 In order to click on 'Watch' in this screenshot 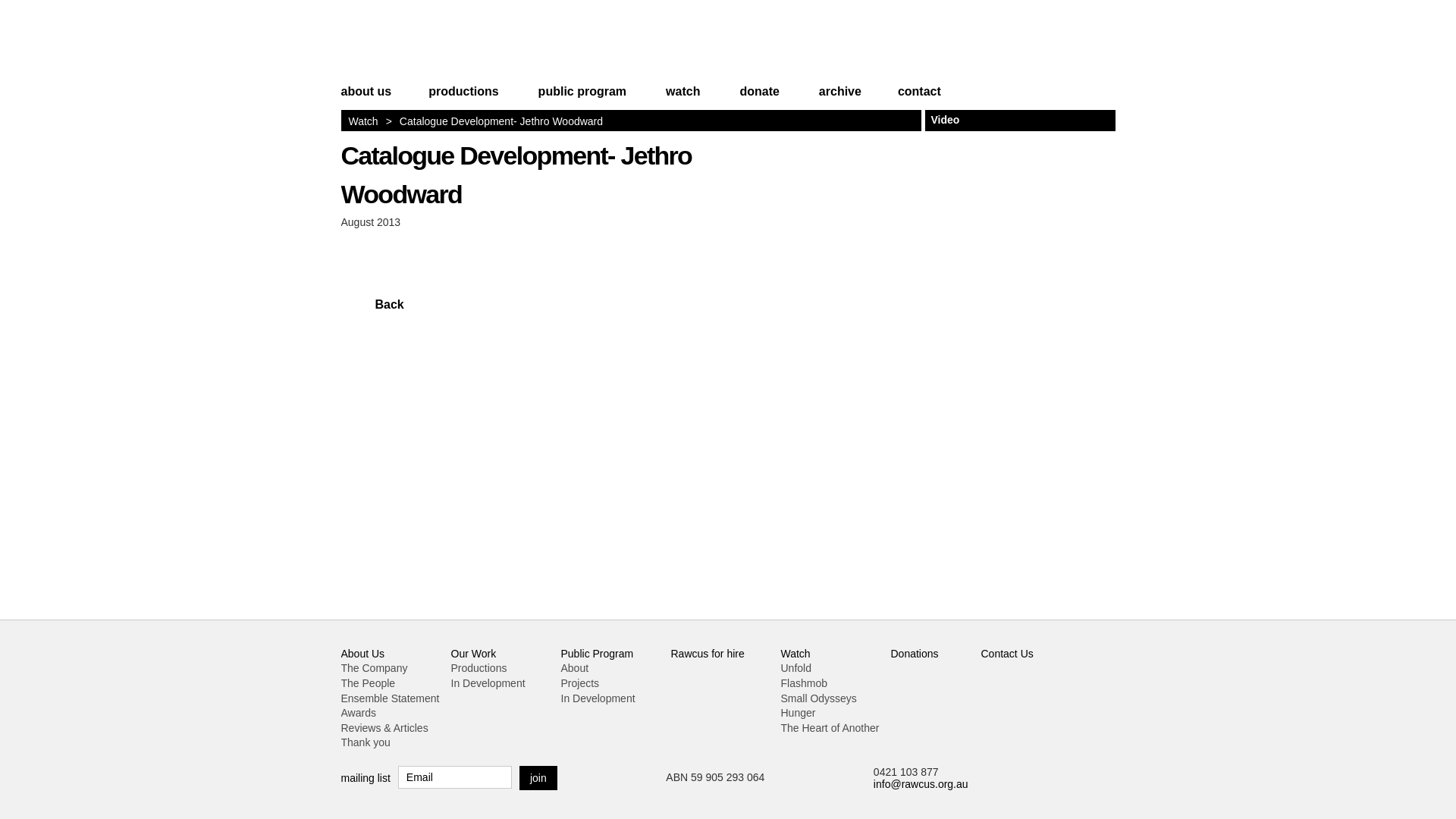, I will do `click(795, 652)`.